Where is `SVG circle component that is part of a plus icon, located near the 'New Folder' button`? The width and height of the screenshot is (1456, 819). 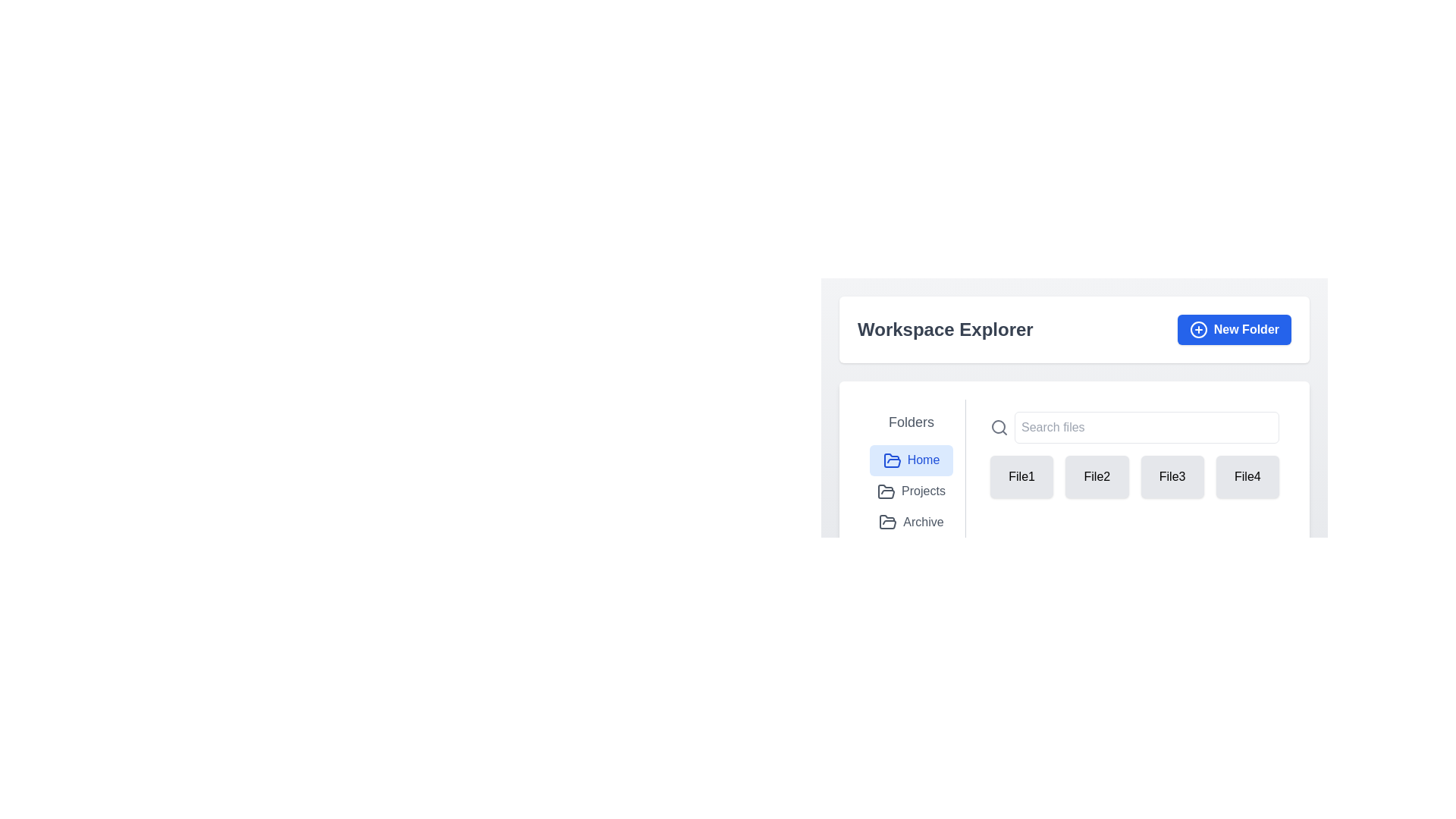 SVG circle component that is part of a plus icon, located near the 'New Folder' button is located at coordinates (1197, 329).